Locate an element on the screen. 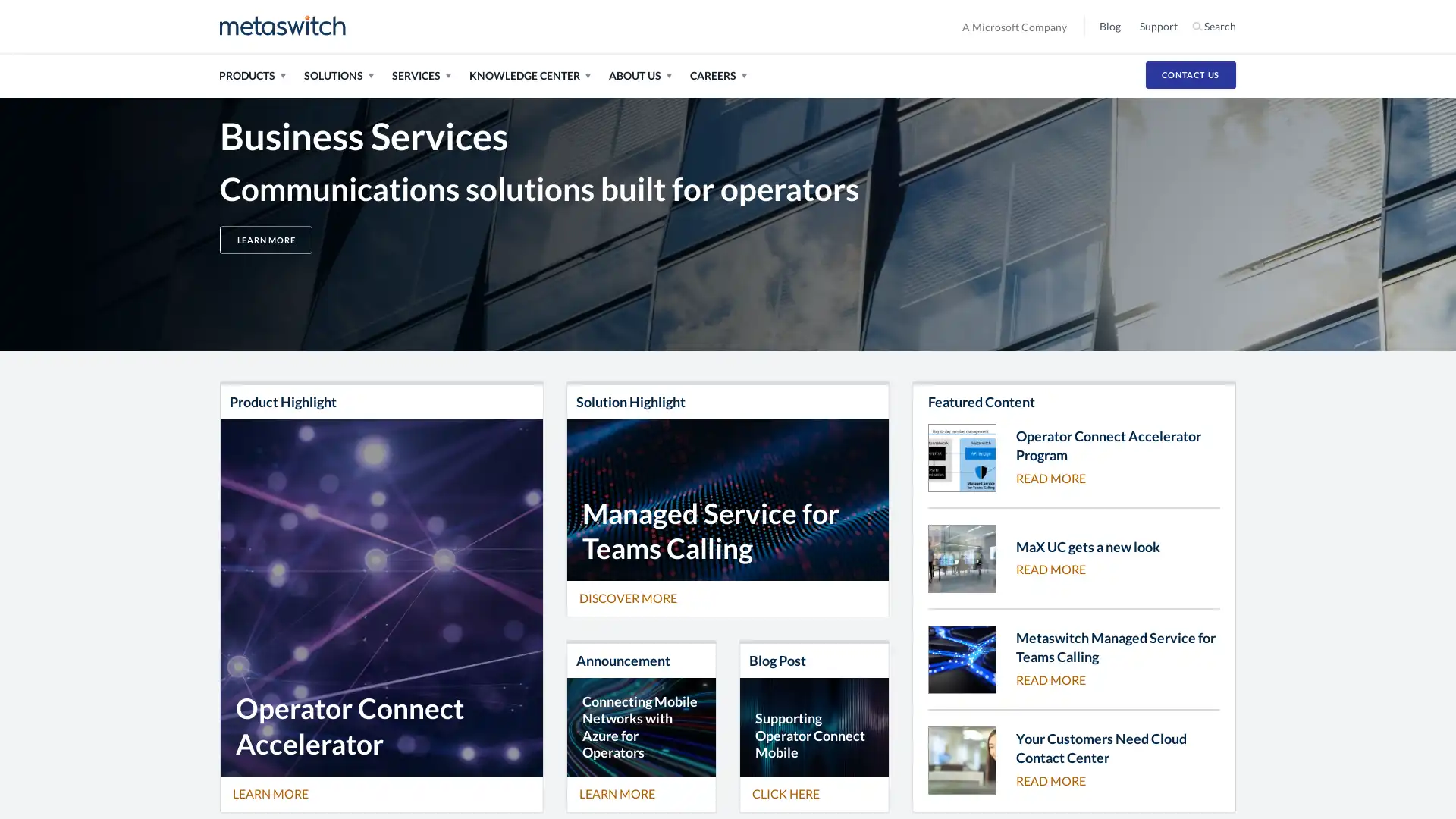 The width and height of the screenshot is (1456, 819). Submit Search is located at coordinates (1247, 26).